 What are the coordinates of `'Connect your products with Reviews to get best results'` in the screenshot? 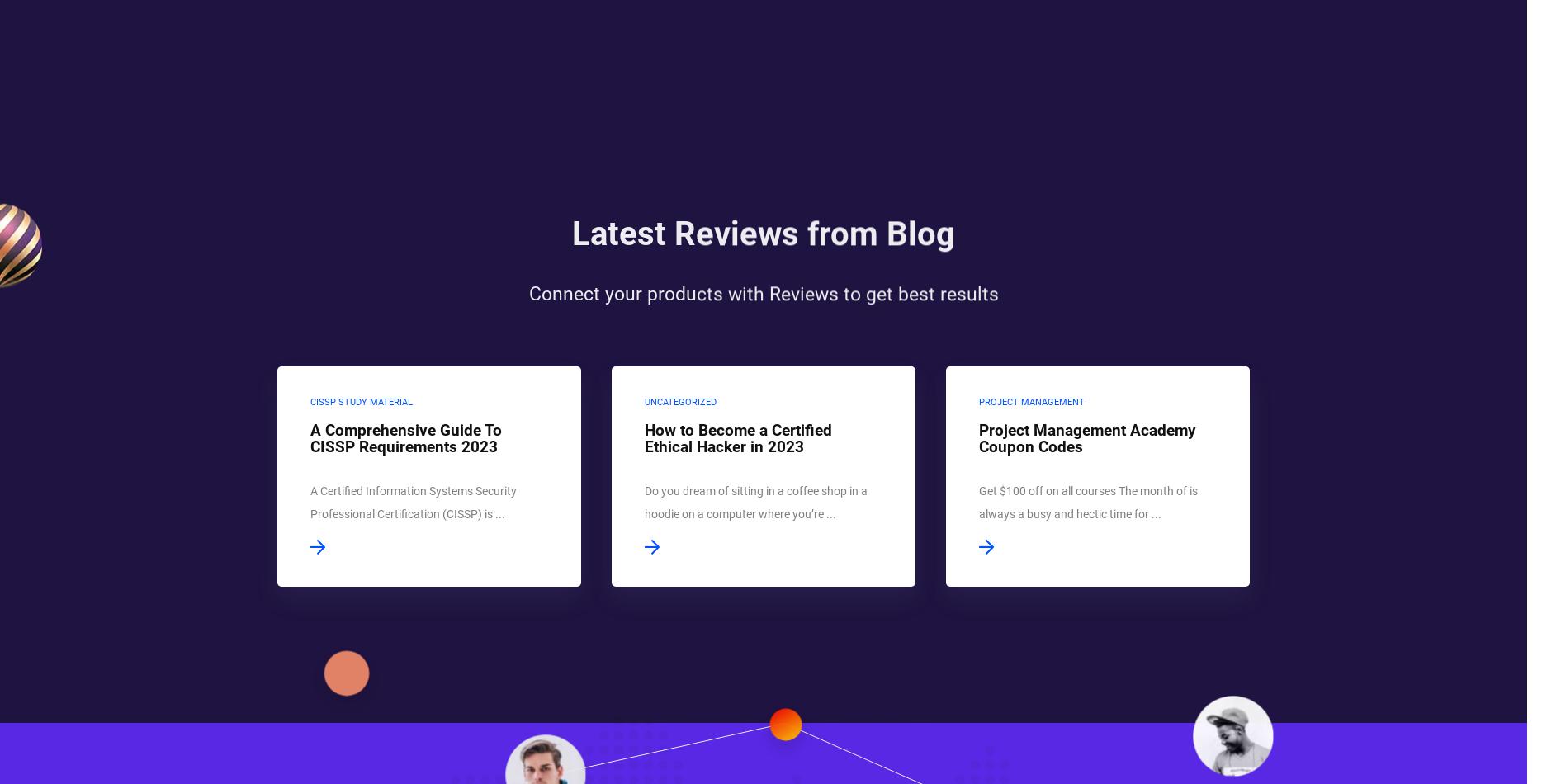 It's located at (763, 316).